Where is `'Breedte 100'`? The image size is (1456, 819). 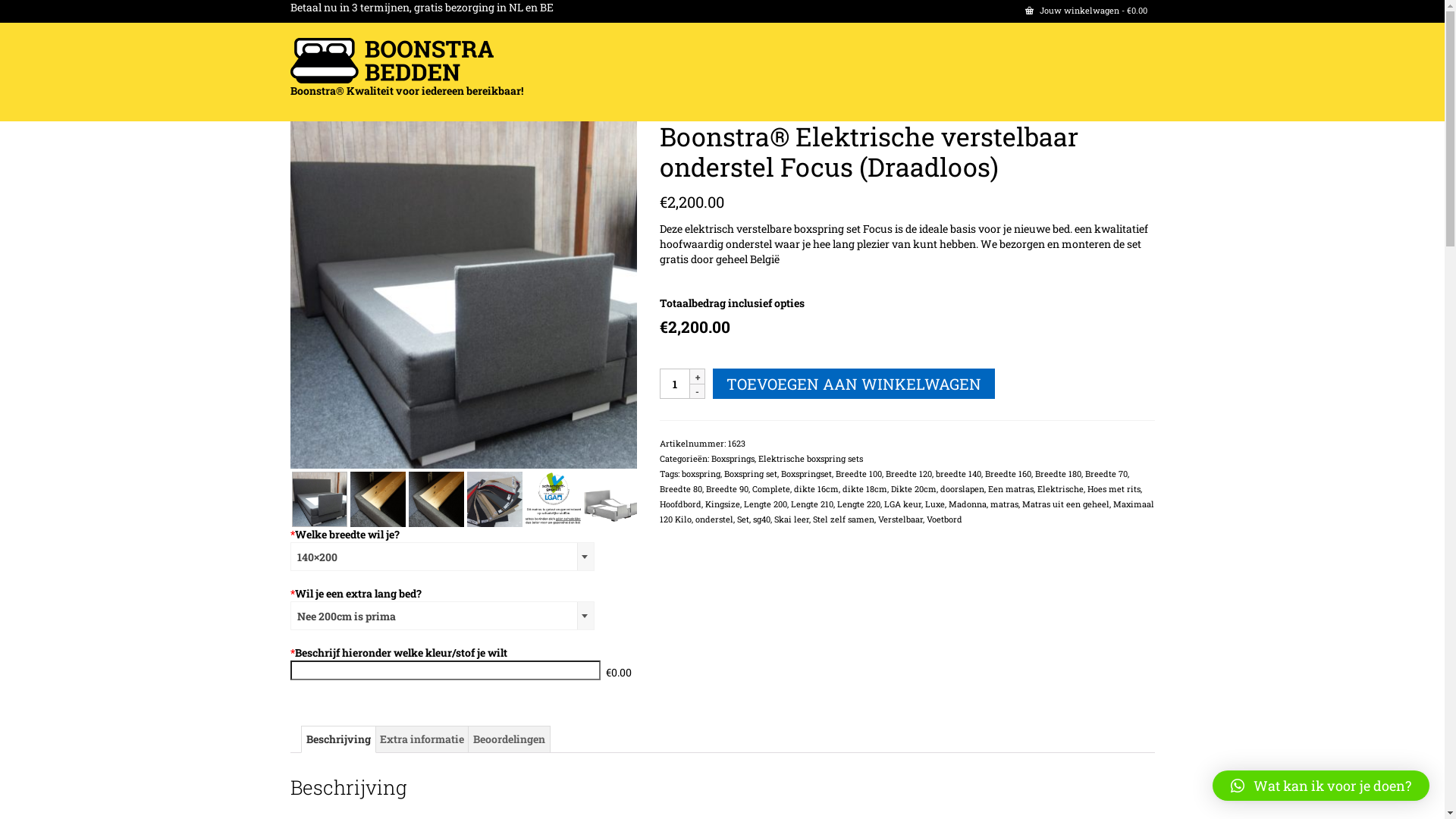 'Breedte 100' is located at coordinates (858, 472).